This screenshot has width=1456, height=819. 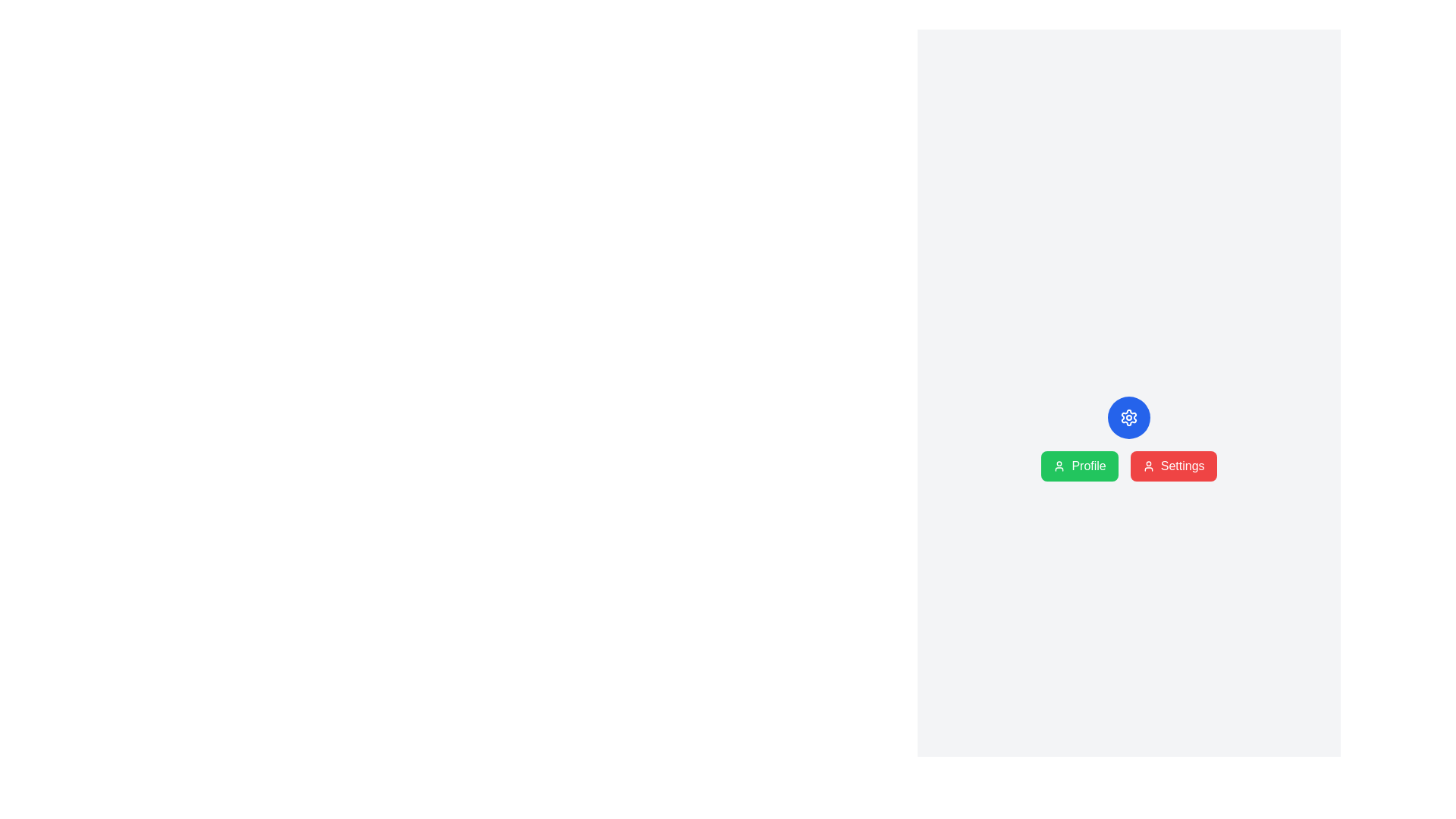 What do you see at coordinates (1059, 465) in the screenshot?
I see `the 'Profile' button which contains a user icon resembling an outline of a head and shoulders, located on the left side of the button` at bounding box center [1059, 465].